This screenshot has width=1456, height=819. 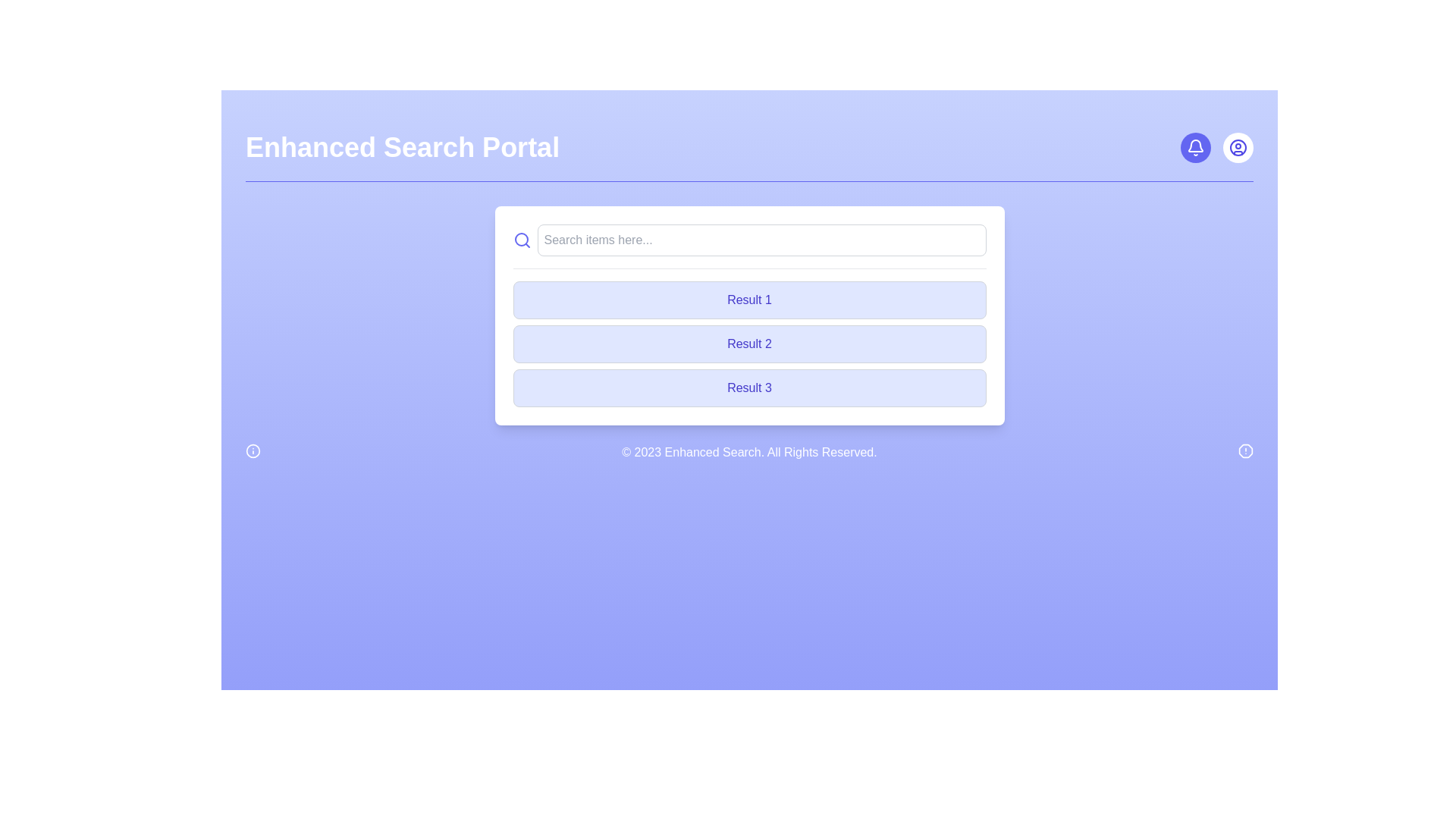 I want to click on the copyright text label displaying '© 2023 Enhanced Search. All Rights Reserved.' which is located at the bottom of the interface, centered horizontally, so click(x=749, y=452).